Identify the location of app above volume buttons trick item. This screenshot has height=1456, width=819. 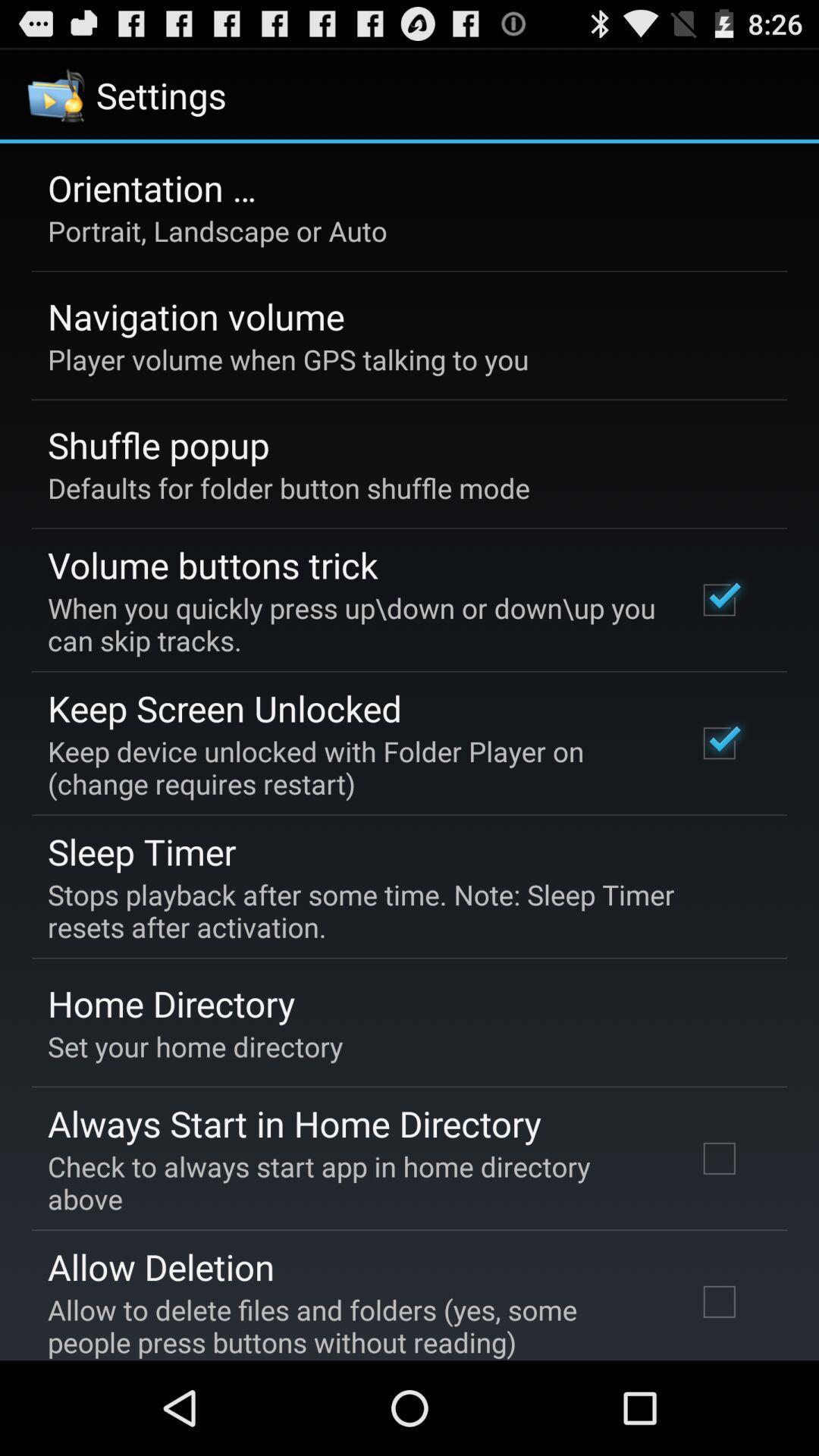
(289, 488).